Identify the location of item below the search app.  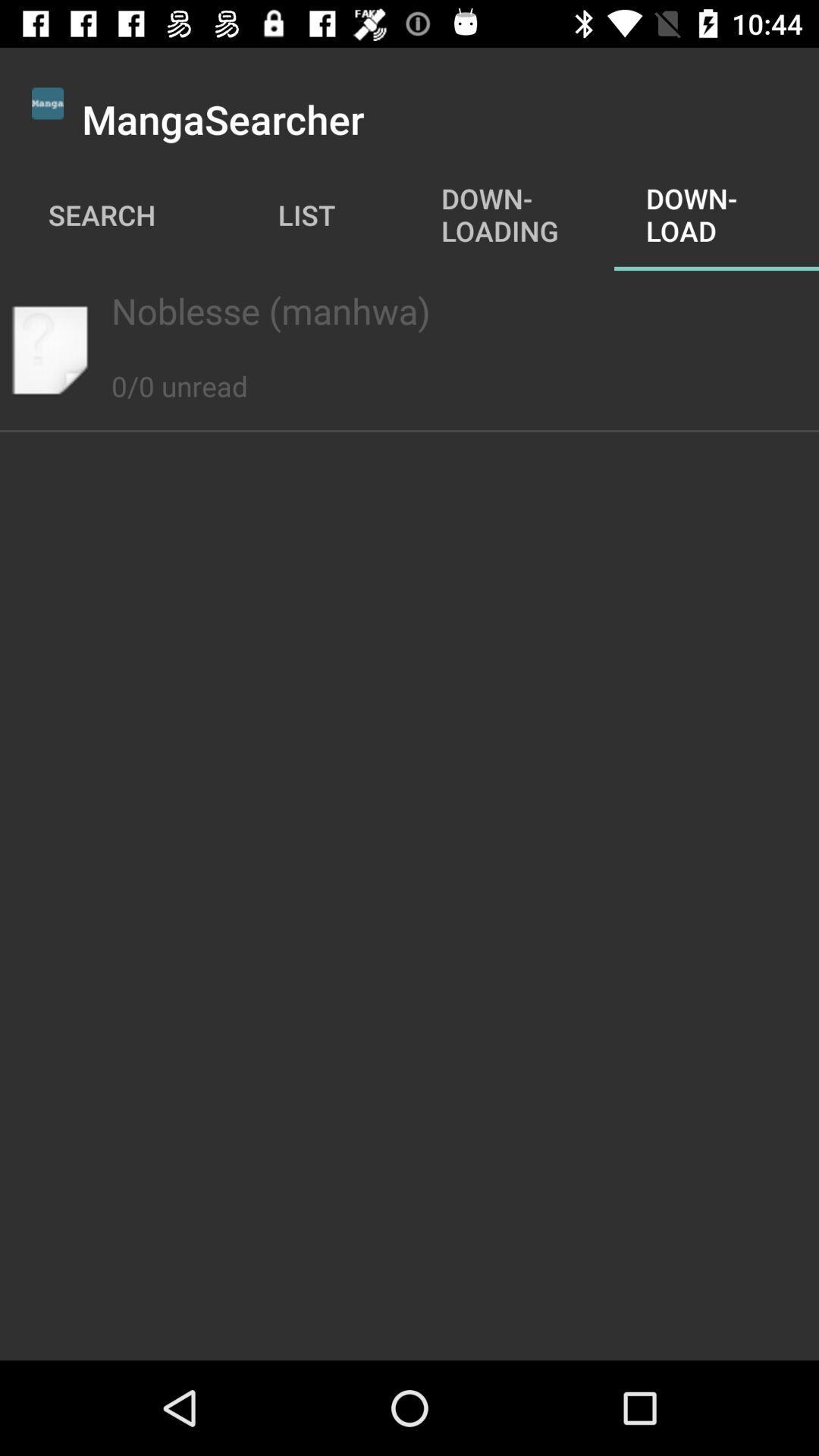
(409, 309).